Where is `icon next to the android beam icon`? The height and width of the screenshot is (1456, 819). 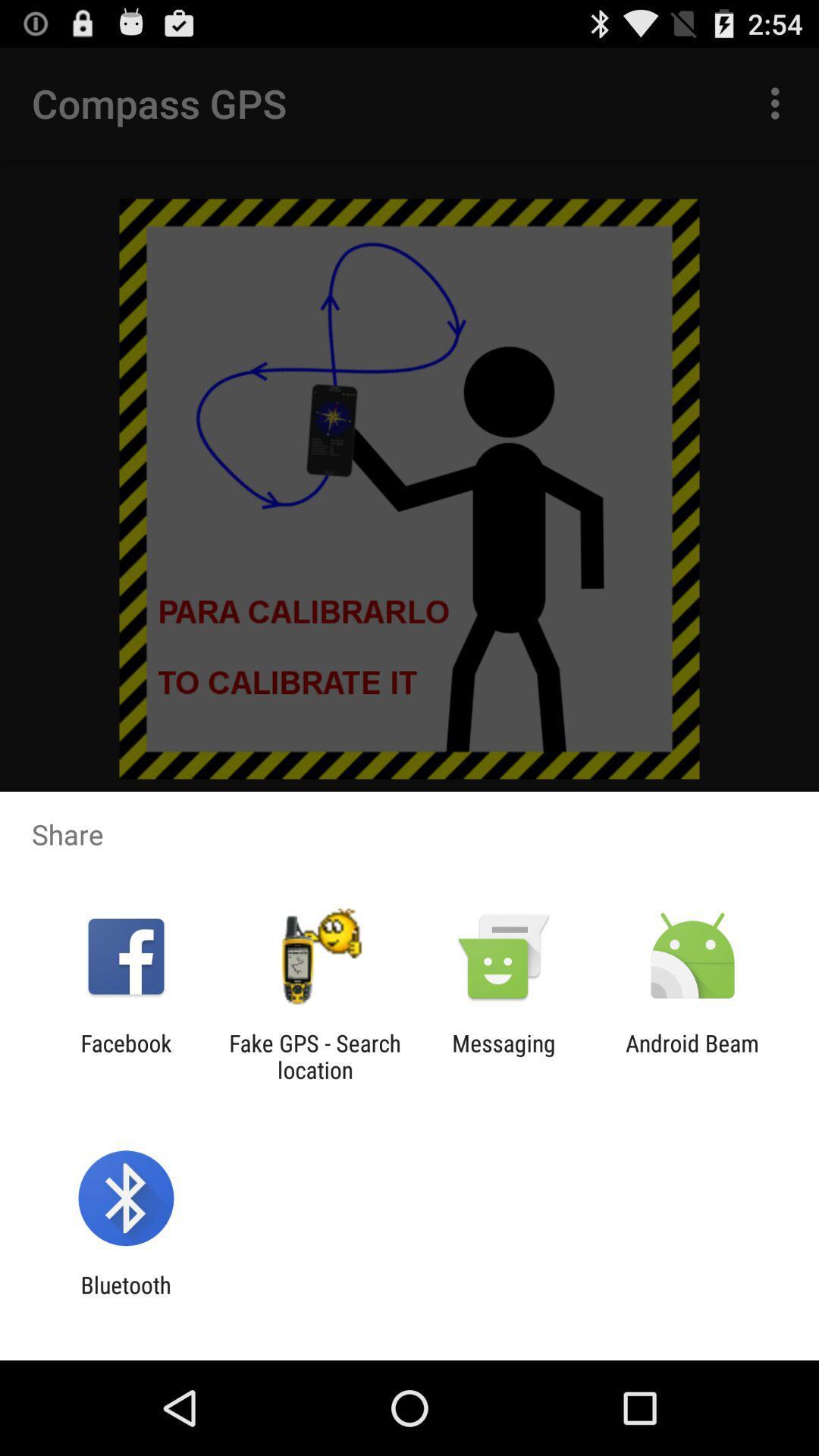
icon next to the android beam icon is located at coordinates (504, 1056).